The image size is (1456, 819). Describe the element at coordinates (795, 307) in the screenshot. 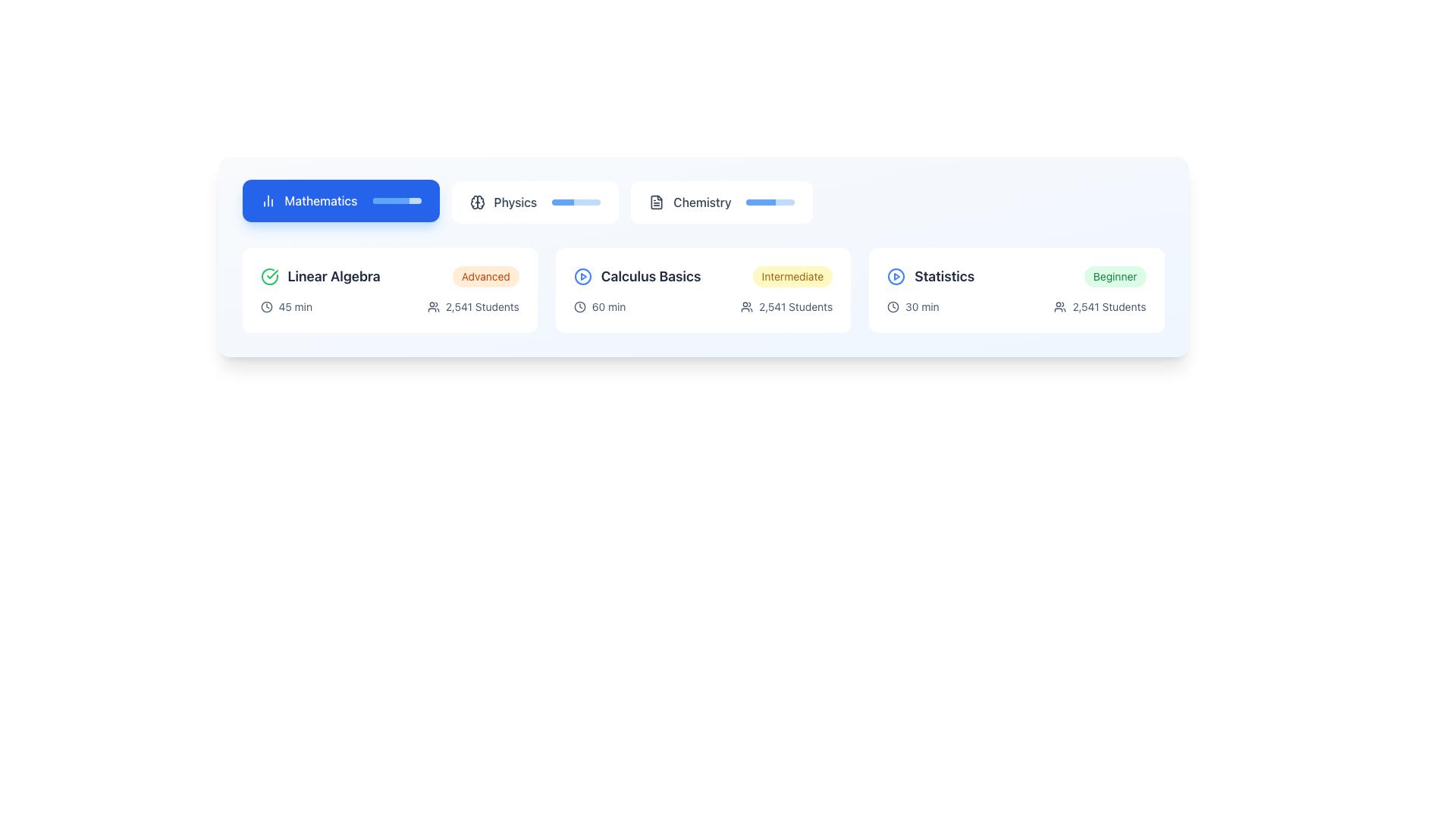

I see `the informational static text displaying the number of students enrolled in the 'Calculus Basics' course, which is positioned below the title and to the right of a group icon` at that location.